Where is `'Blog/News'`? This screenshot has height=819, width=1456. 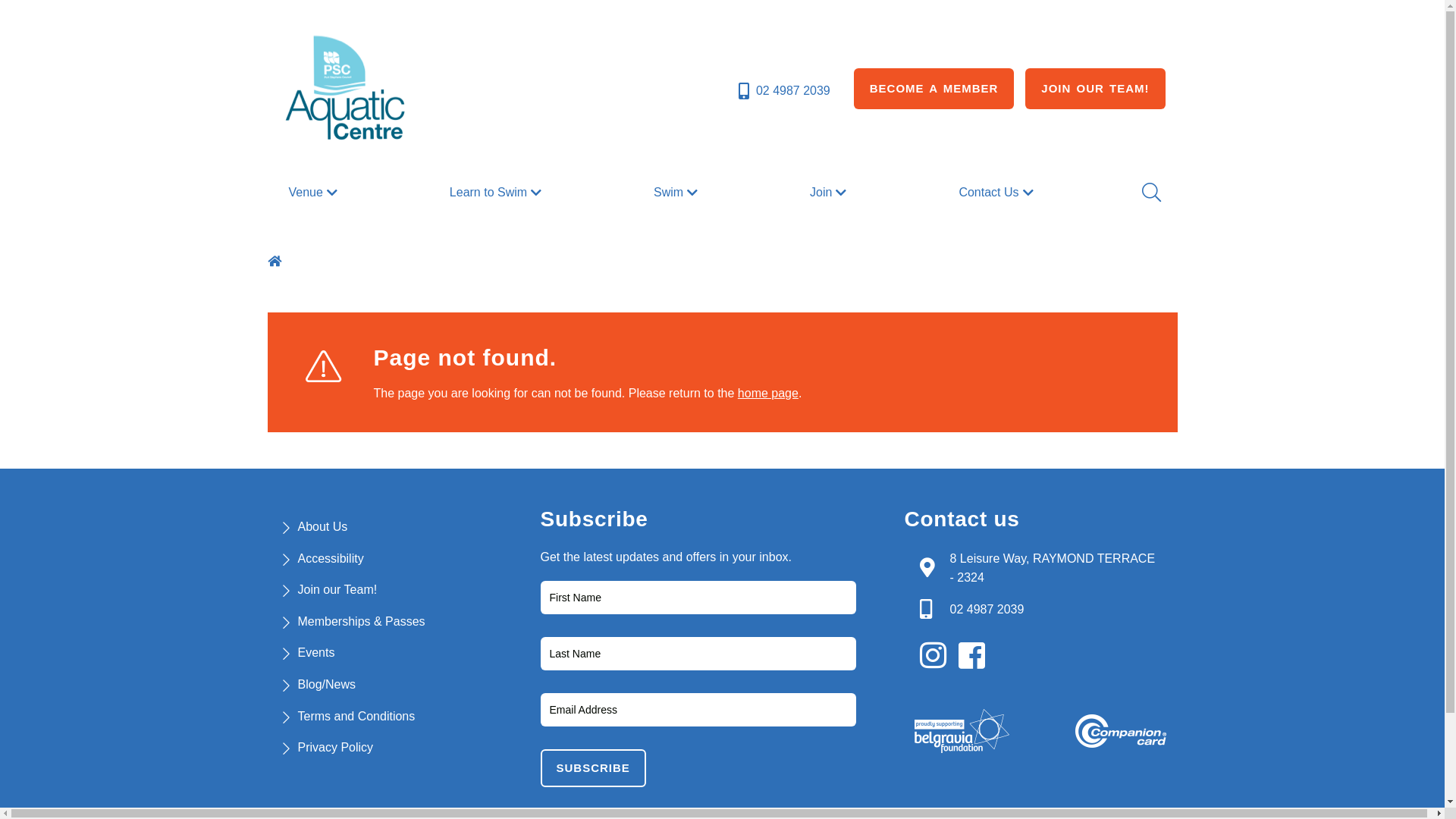 'Blog/News' is located at coordinates (325, 684).